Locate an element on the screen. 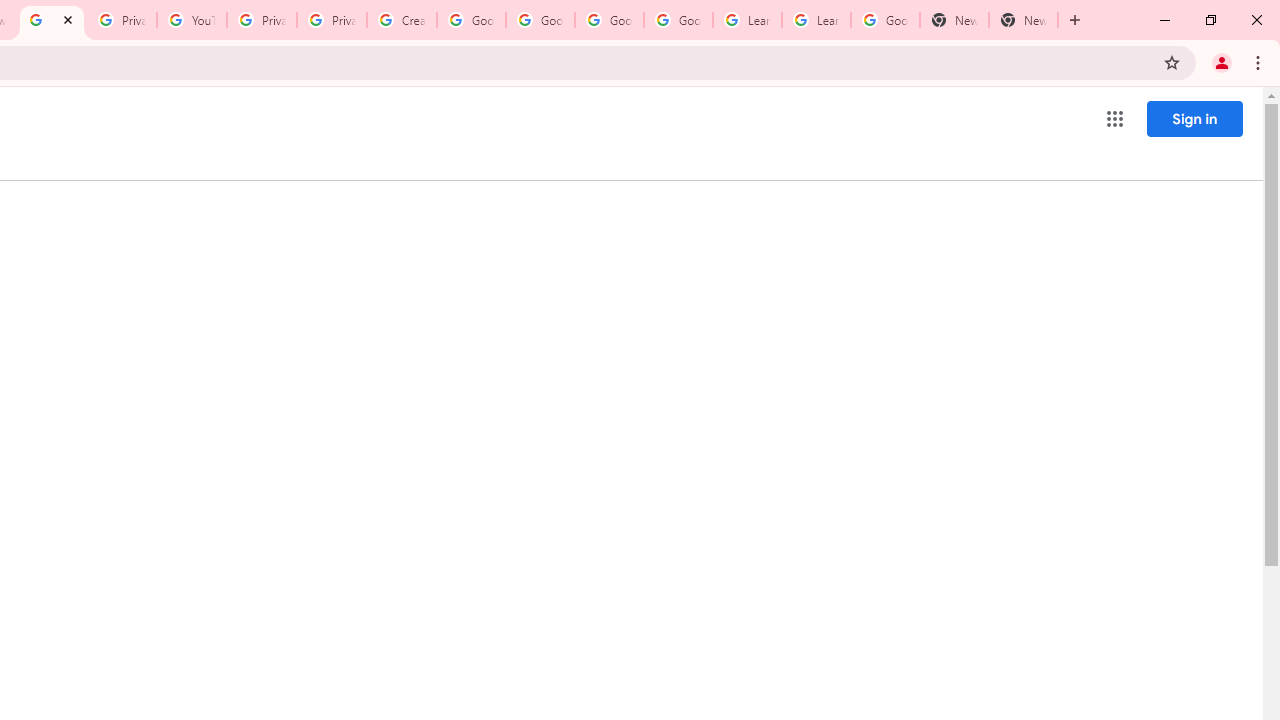 The image size is (1280, 720). 'New Tab' is located at coordinates (953, 20).